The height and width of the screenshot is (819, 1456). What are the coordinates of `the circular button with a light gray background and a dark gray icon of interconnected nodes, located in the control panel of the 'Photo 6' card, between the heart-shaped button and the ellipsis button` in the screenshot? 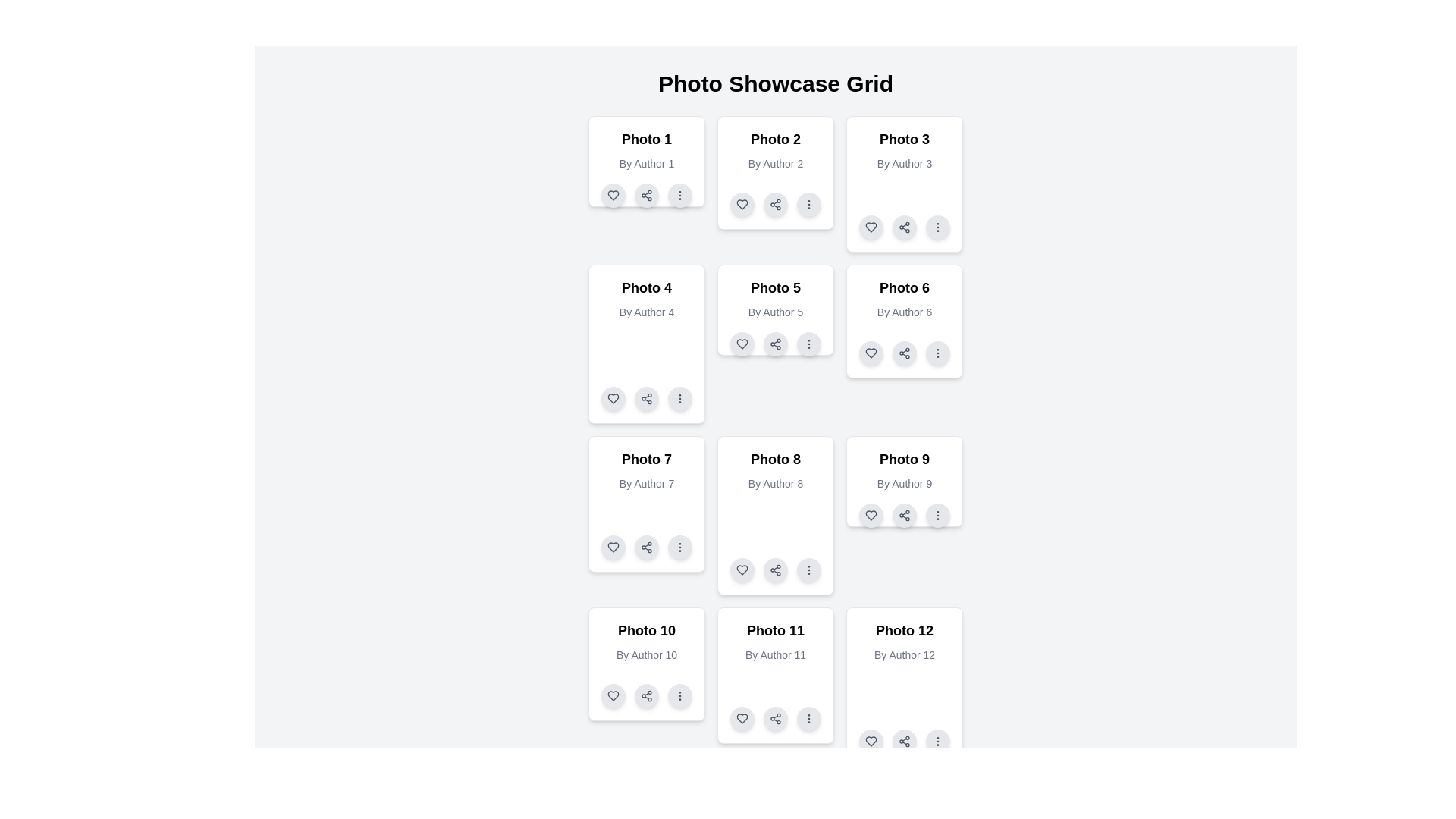 It's located at (905, 353).